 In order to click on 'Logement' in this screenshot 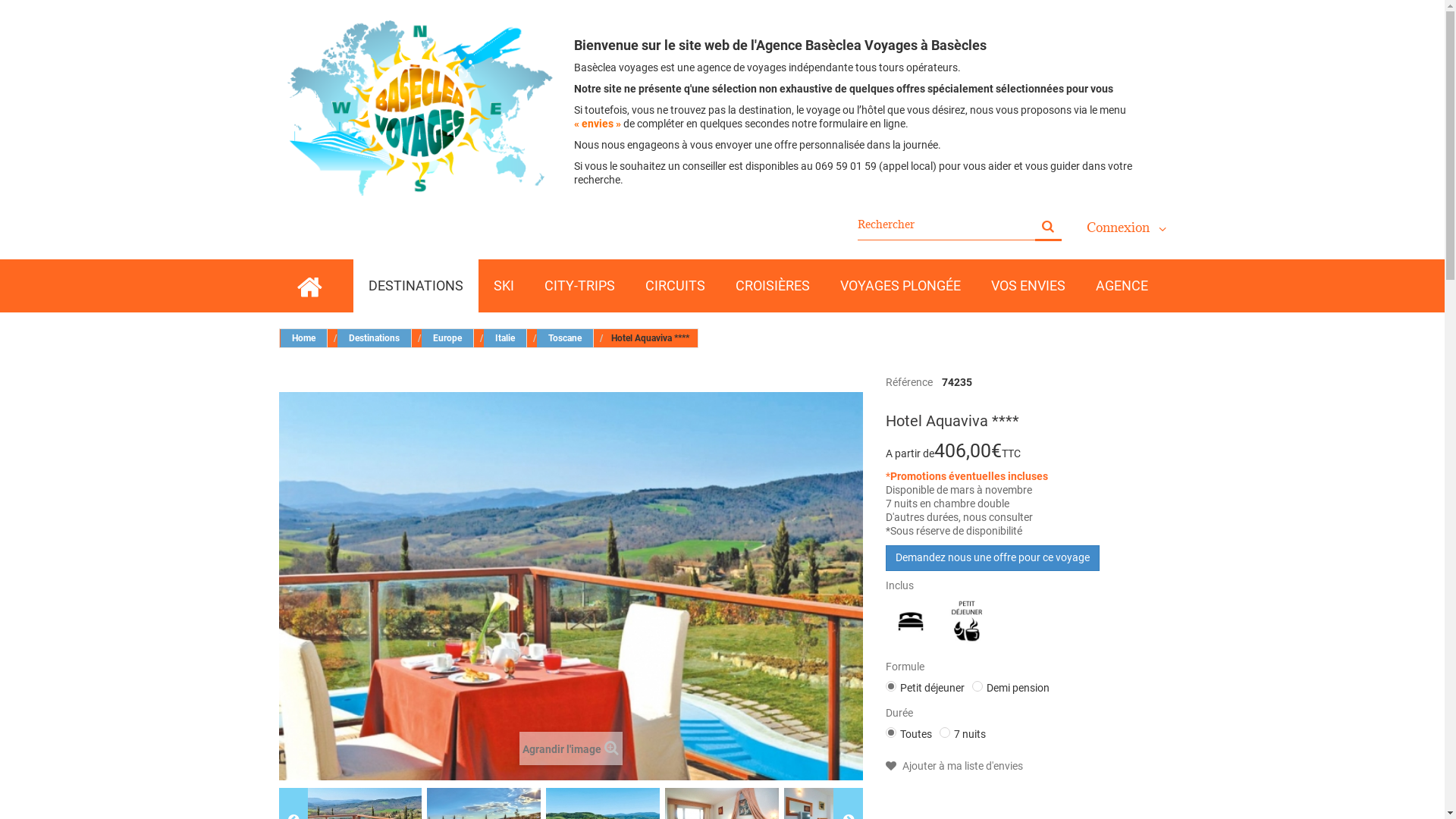, I will do `click(910, 620)`.